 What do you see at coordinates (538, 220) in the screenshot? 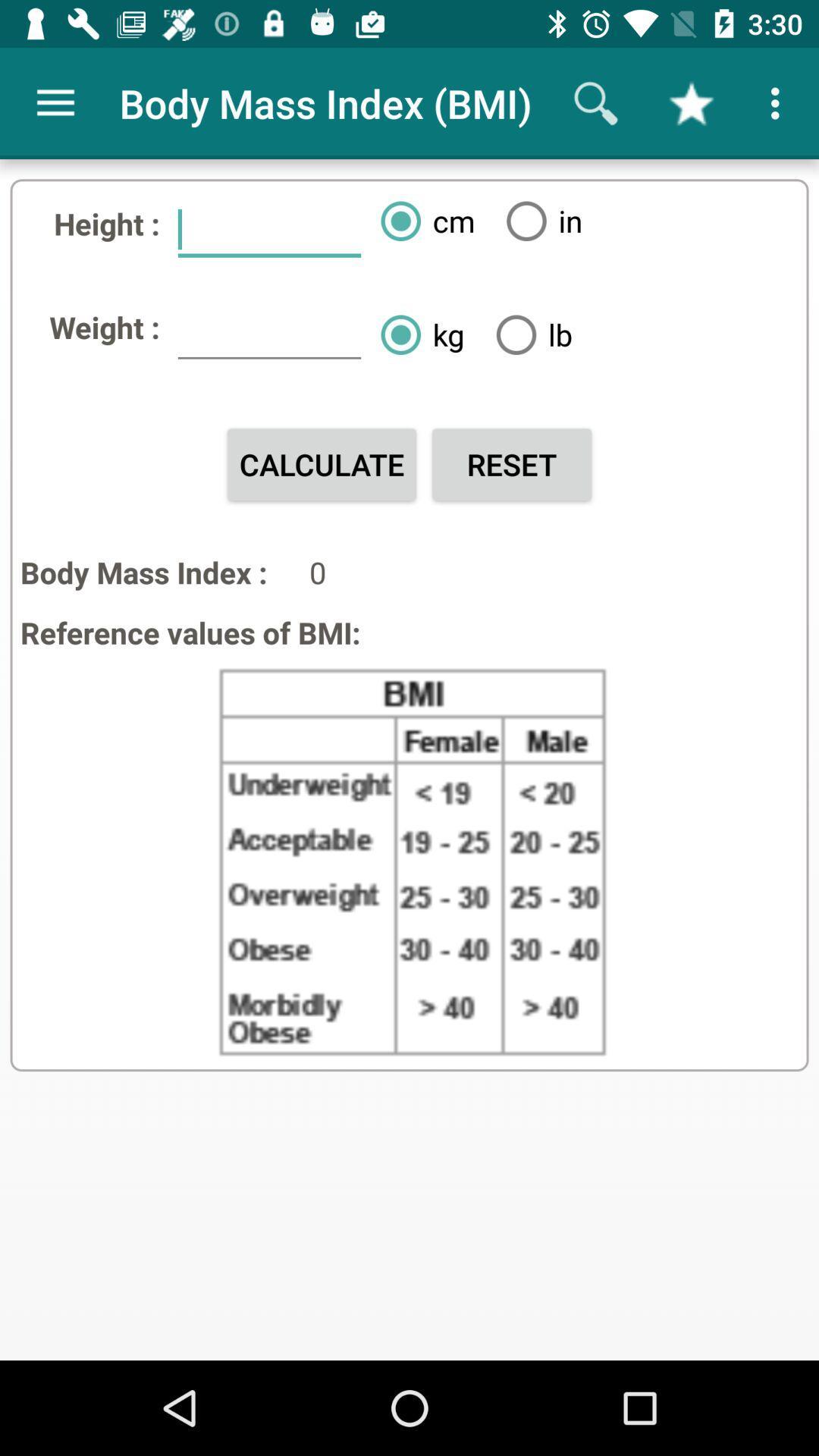
I see `item next to the cm icon` at bounding box center [538, 220].